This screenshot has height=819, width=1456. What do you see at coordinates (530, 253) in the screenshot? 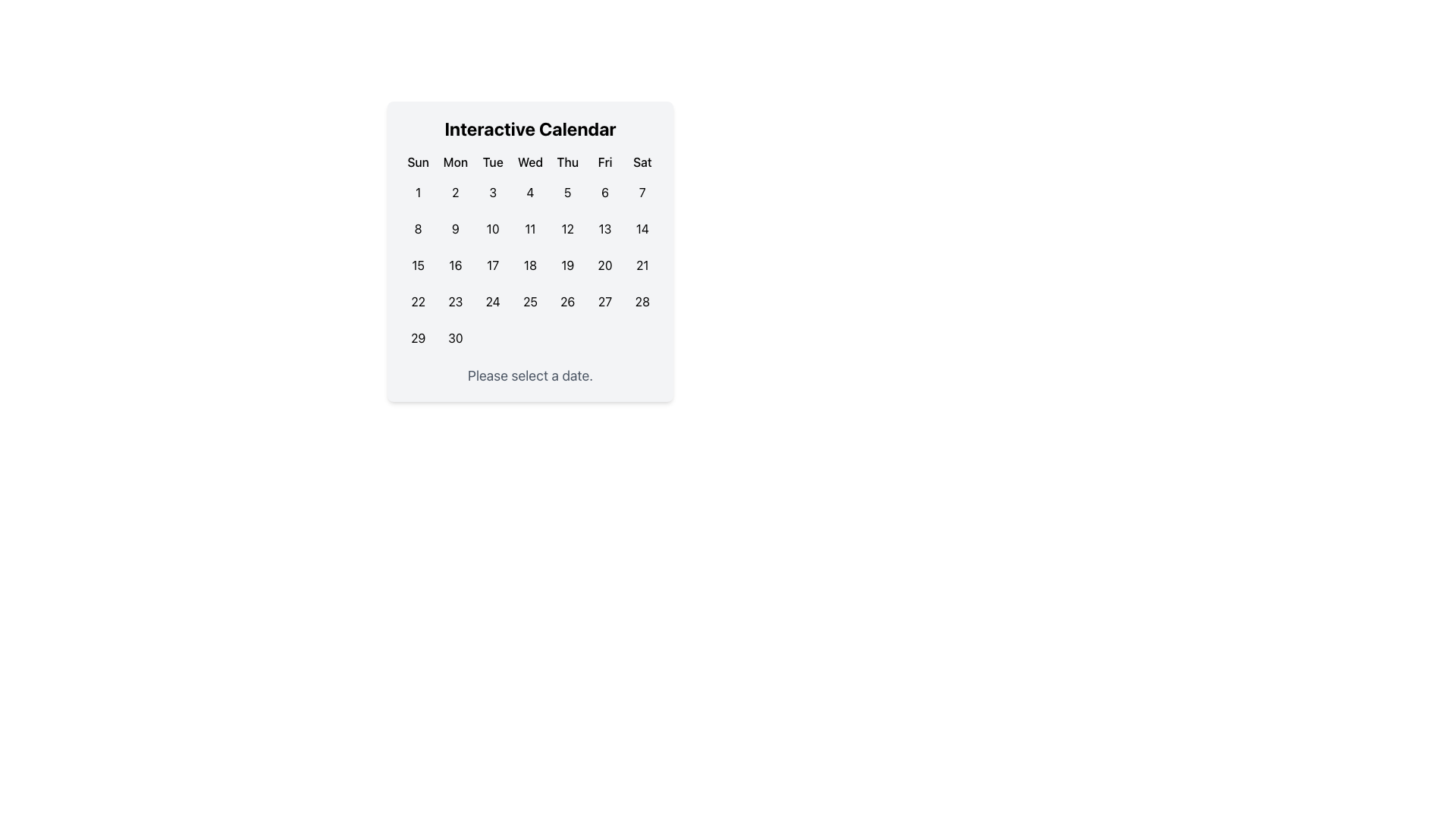
I see `a date cell in the interactive calendar grid located beneath the title 'Interactive Calendar'` at bounding box center [530, 253].